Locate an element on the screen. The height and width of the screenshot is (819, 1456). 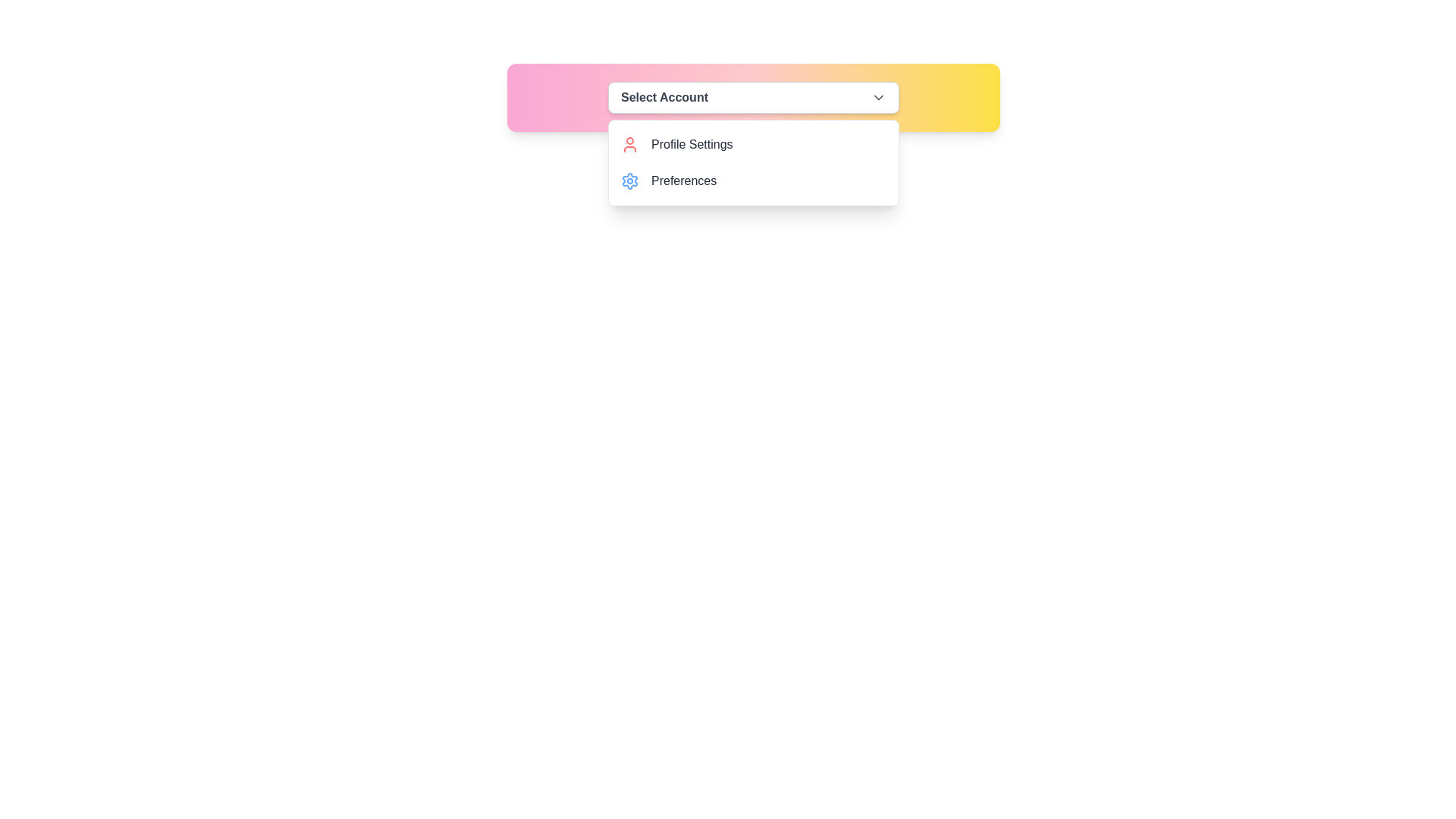
the second item in the vertical list that navigates to user preferences or settings, positioned below 'Profile Settings' is located at coordinates (753, 180).